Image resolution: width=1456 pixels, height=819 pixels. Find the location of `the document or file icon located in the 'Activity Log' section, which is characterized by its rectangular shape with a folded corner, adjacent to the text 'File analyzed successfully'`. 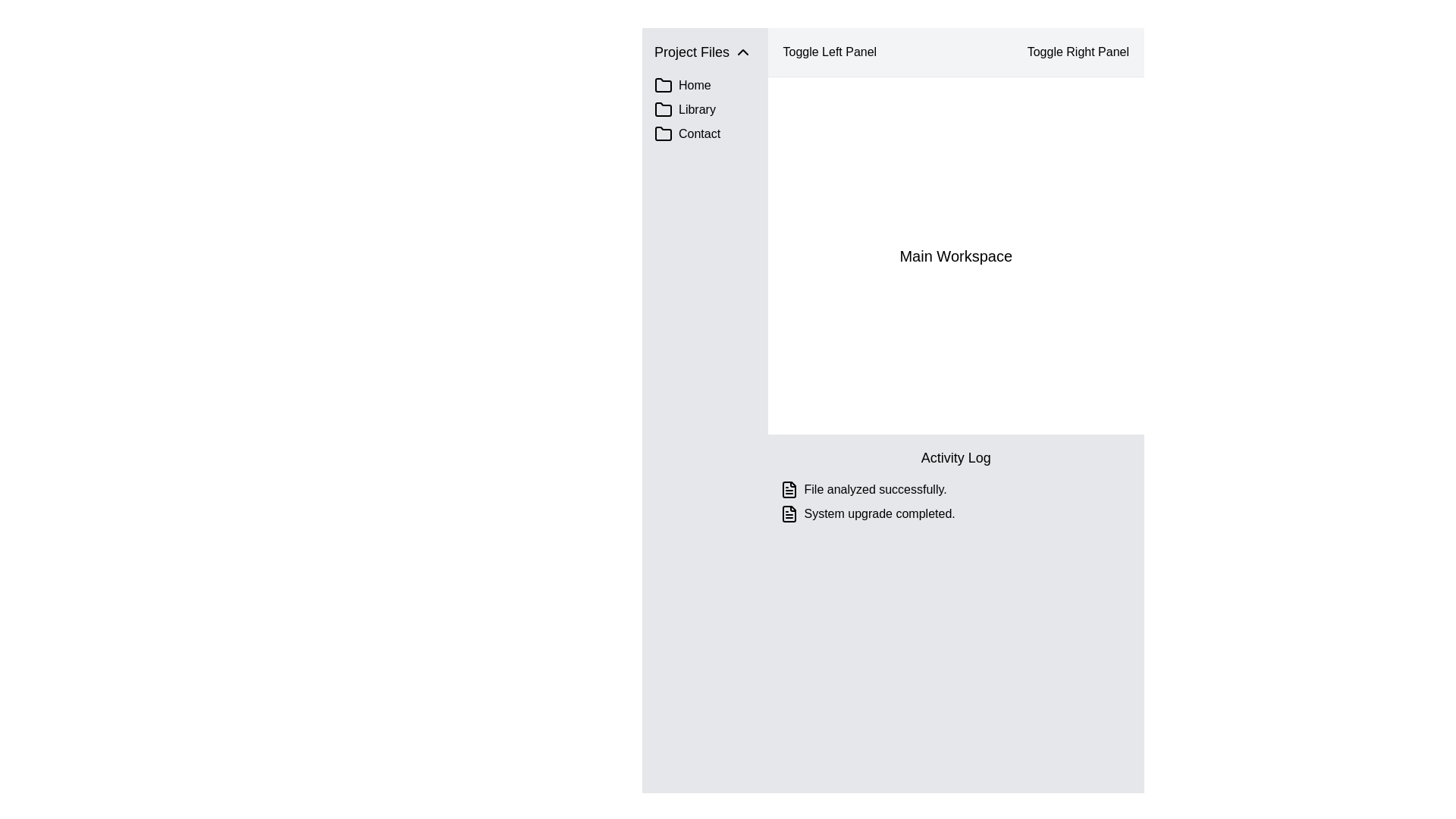

the document or file icon located in the 'Activity Log' section, which is characterized by its rectangular shape with a folded corner, adjacent to the text 'File analyzed successfully' is located at coordinates (789, 513).